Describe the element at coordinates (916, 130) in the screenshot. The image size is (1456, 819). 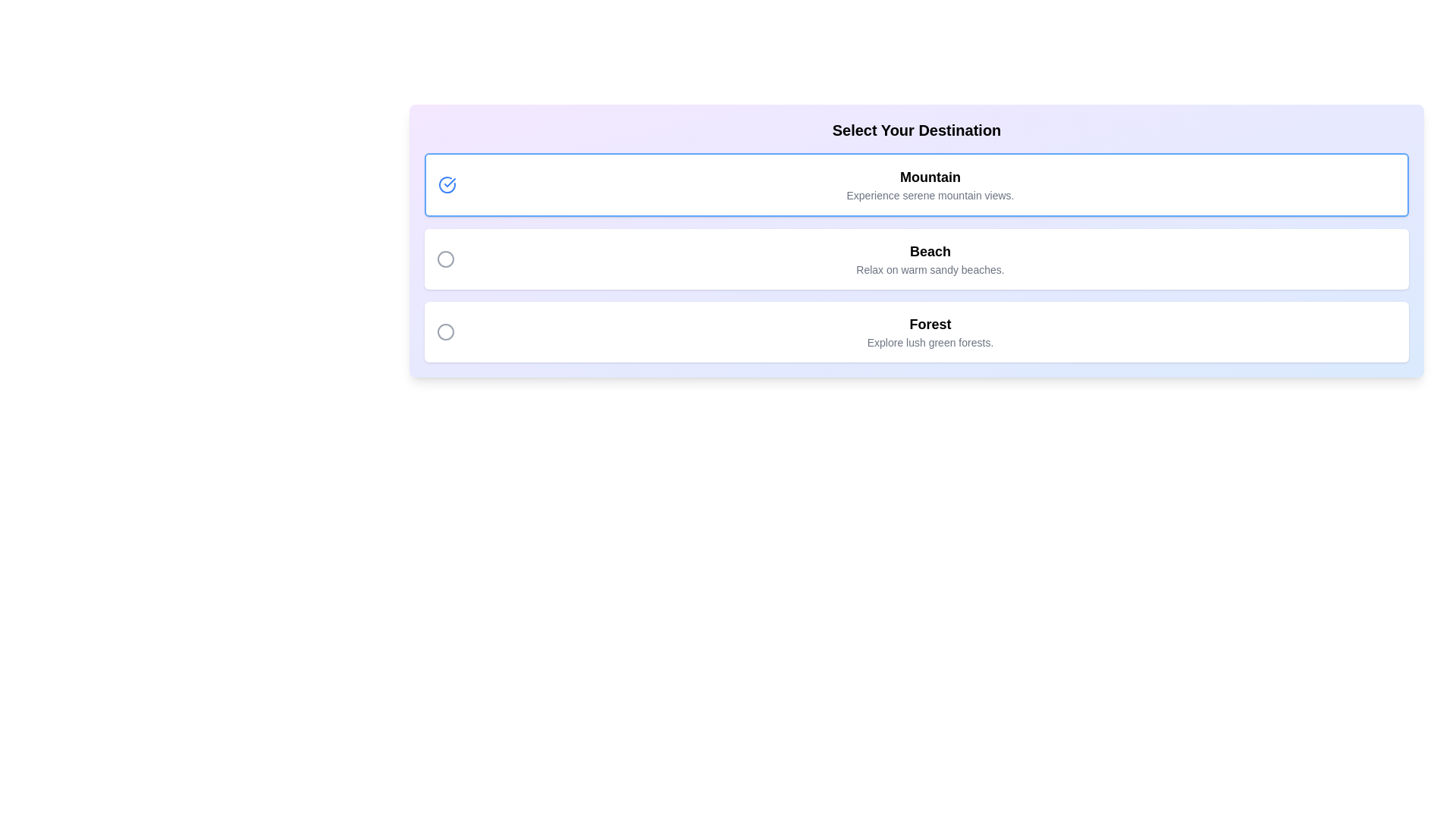
I see `text of the heading that says 'Select Your Destination', which is a bold and large font positioned at the top of a card-like structure` at that location.